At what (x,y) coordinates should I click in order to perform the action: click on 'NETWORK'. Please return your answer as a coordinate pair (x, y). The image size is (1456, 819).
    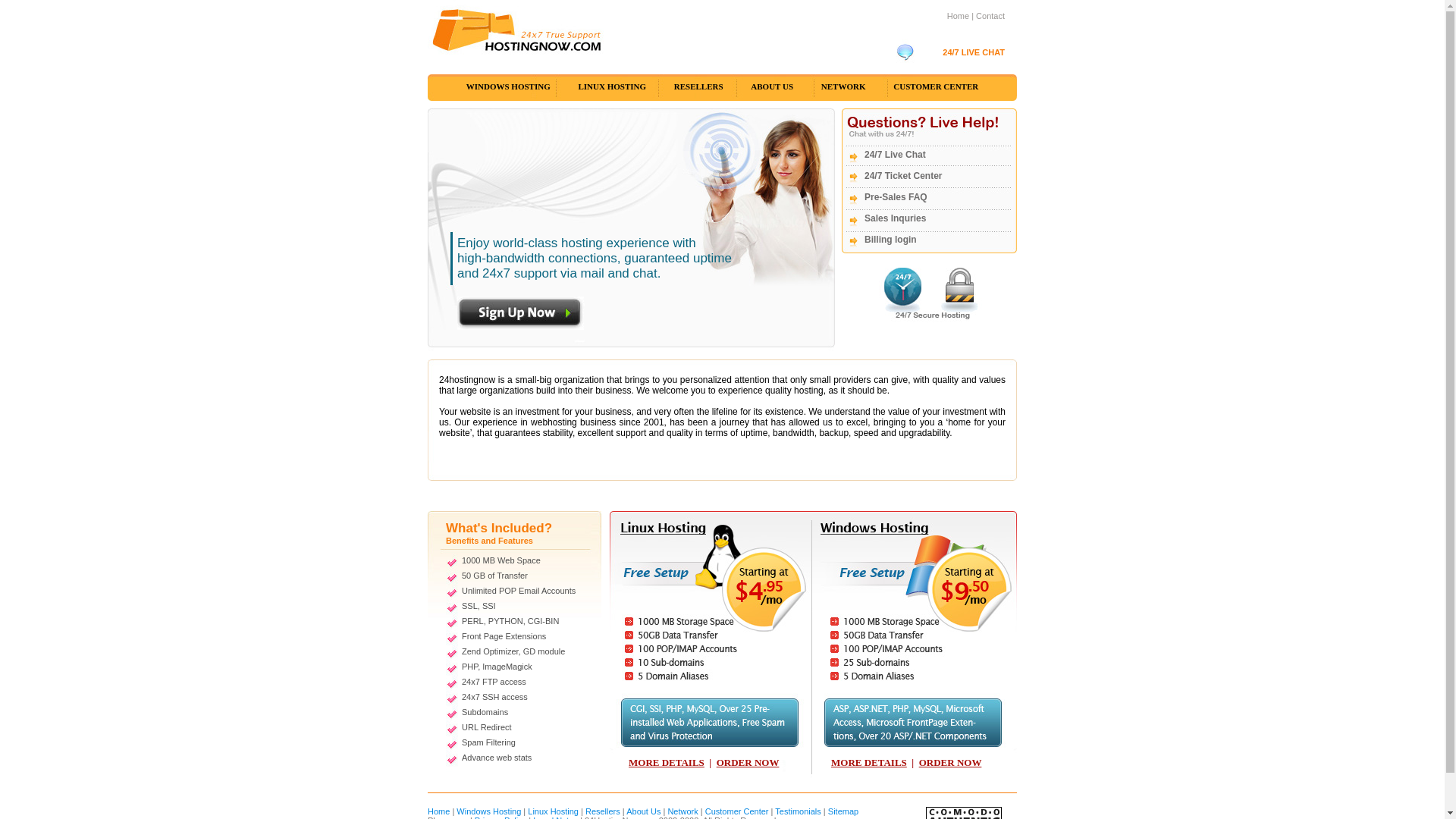
    Looking at the image, I should click on (843, 86).